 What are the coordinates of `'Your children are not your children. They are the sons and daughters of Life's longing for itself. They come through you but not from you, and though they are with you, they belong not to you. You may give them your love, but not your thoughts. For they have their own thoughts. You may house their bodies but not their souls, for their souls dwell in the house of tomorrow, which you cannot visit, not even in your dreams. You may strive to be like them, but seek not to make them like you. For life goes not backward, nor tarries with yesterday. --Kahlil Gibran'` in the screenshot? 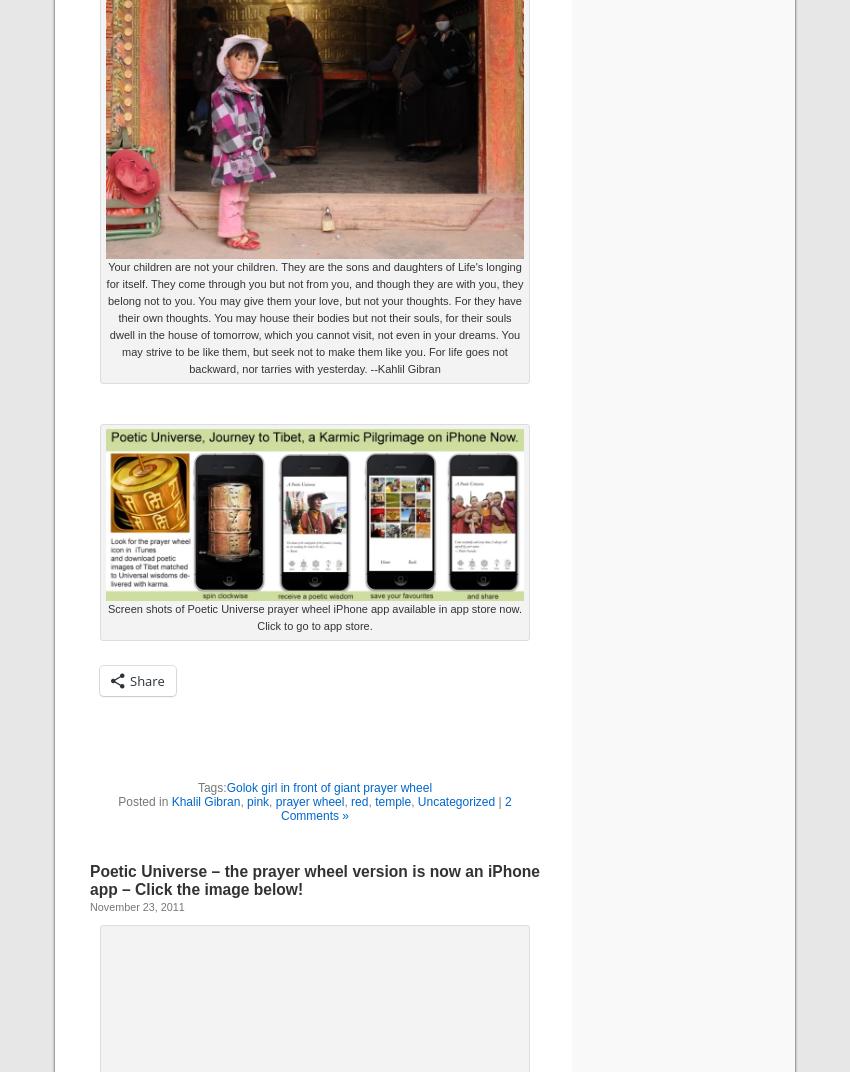 It's located at (314, 315).